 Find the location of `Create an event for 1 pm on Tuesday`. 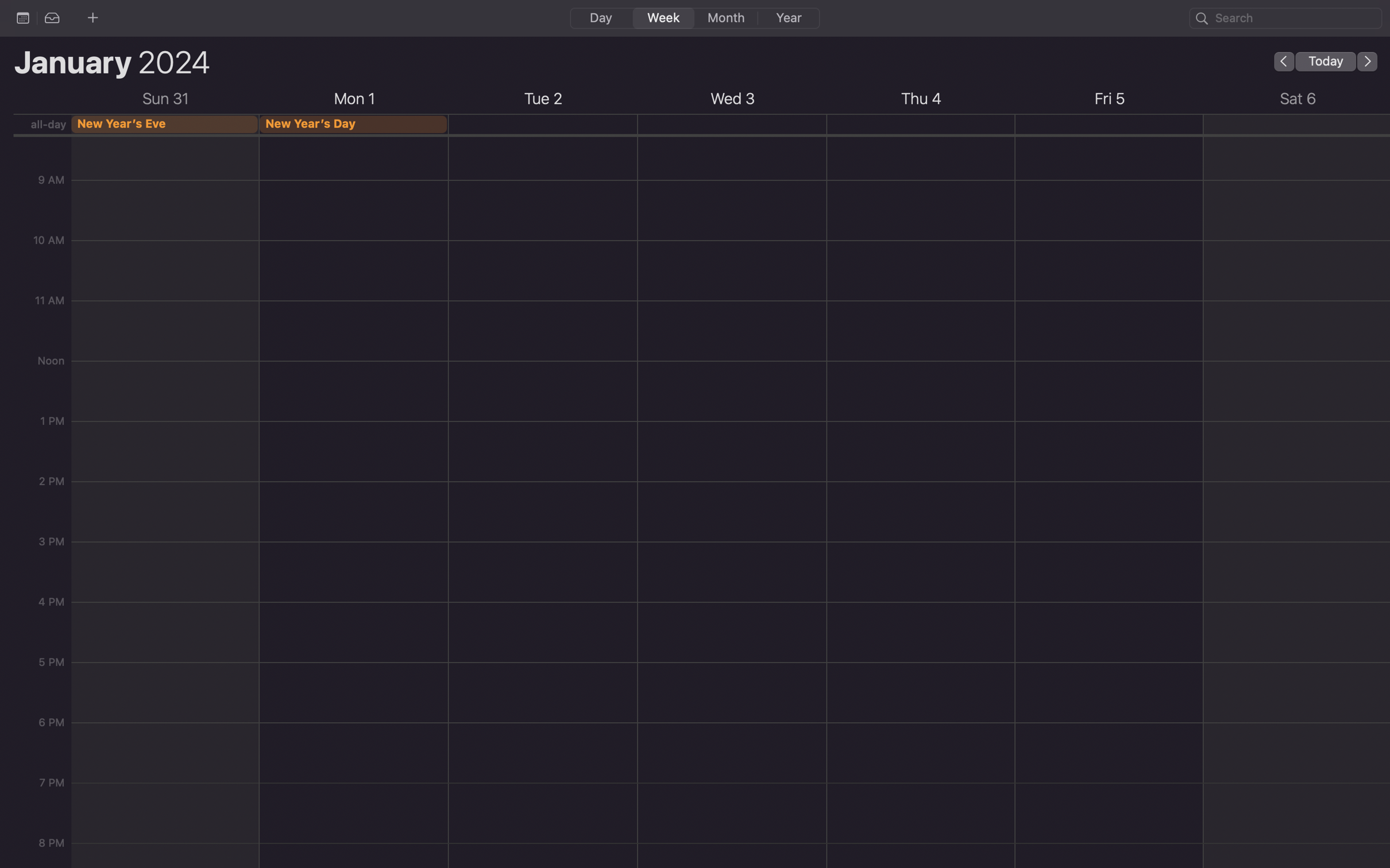

Create an event for 1 pm on Tuesday is located at coordinates (542, 560).